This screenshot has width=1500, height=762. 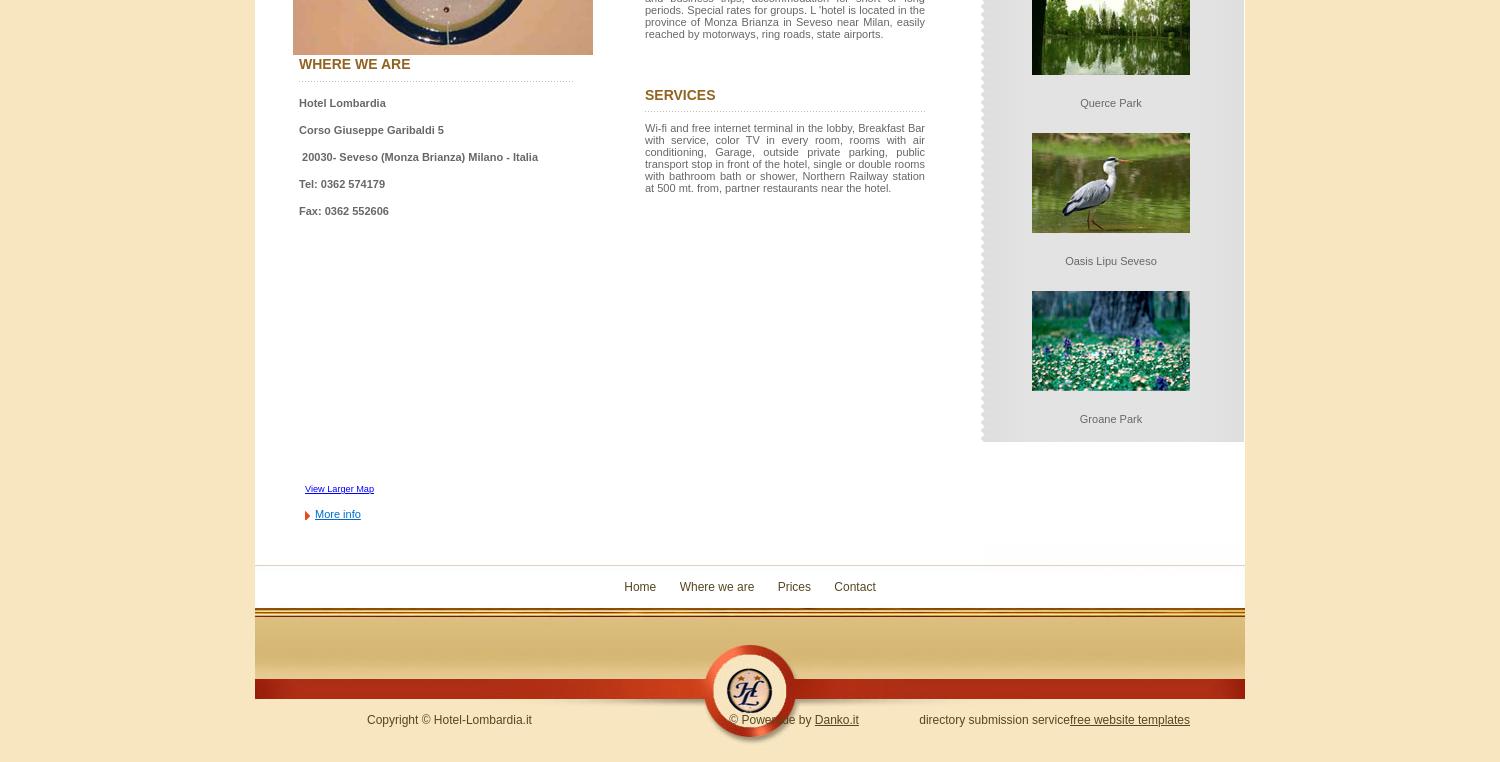 I want to click on 'where we are', so click(x=298, y=64).